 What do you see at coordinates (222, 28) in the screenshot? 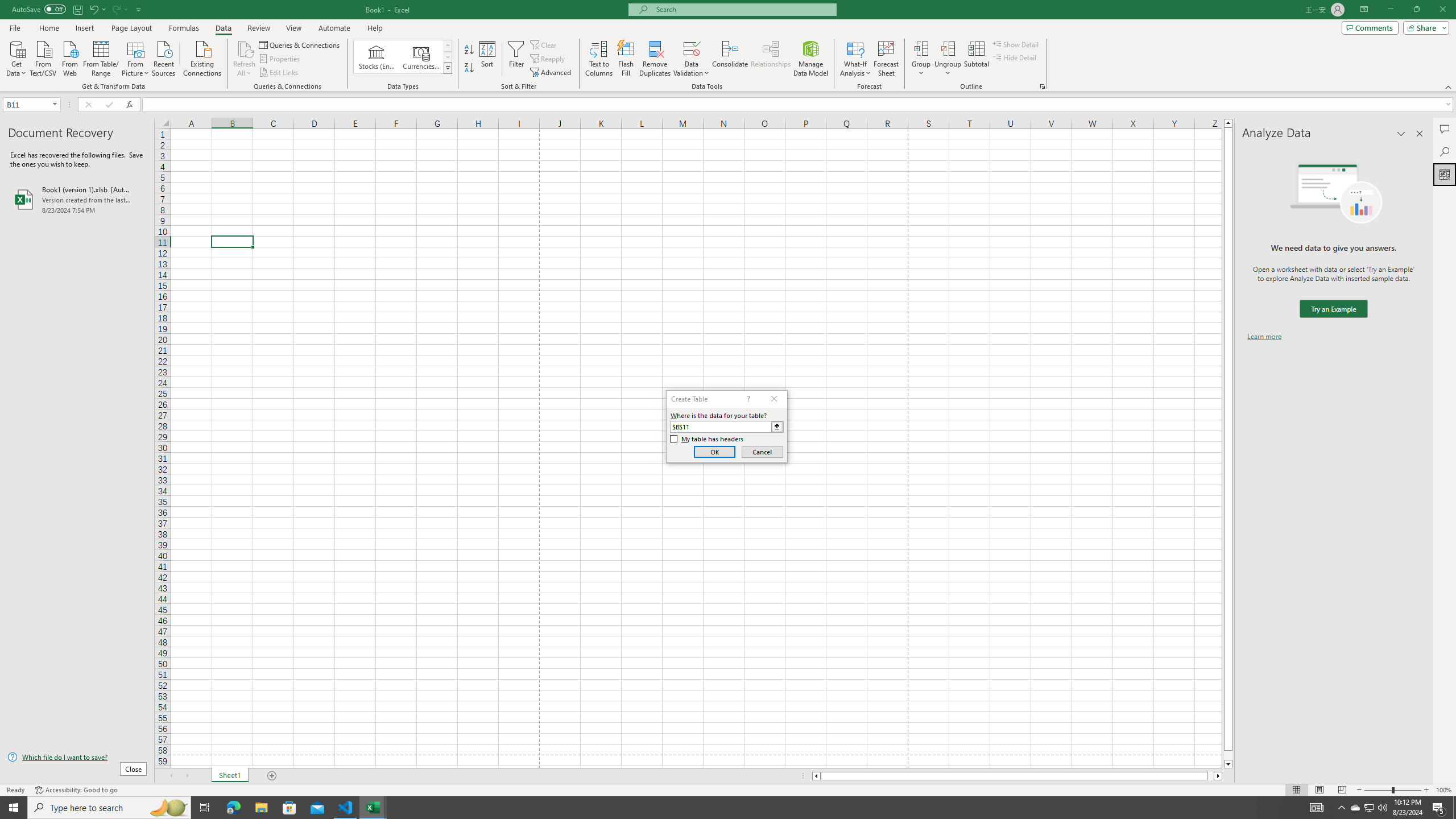
I see `'Data'` at bounding box center [222, 28].